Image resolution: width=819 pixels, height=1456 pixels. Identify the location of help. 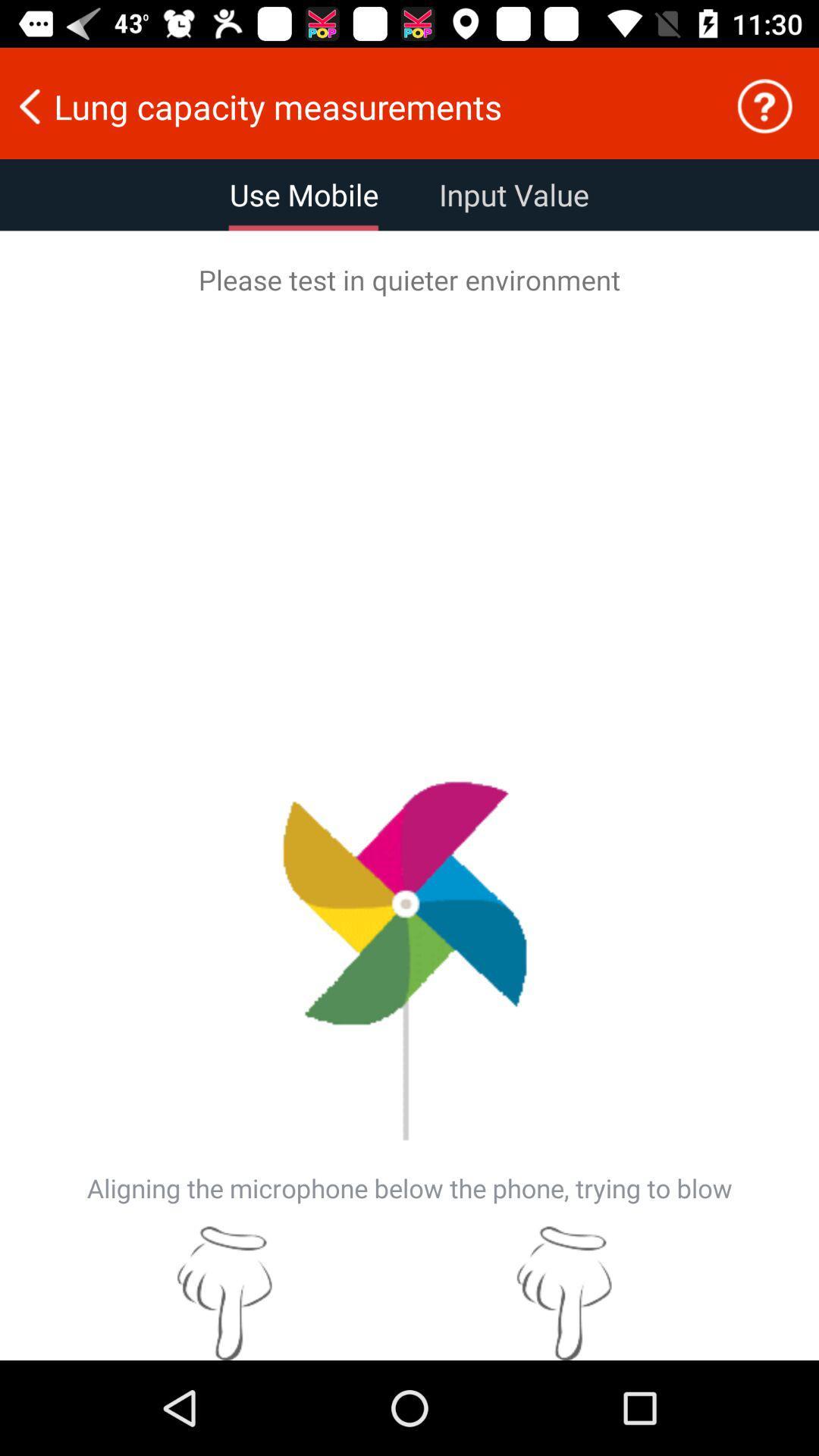
(764, 105).